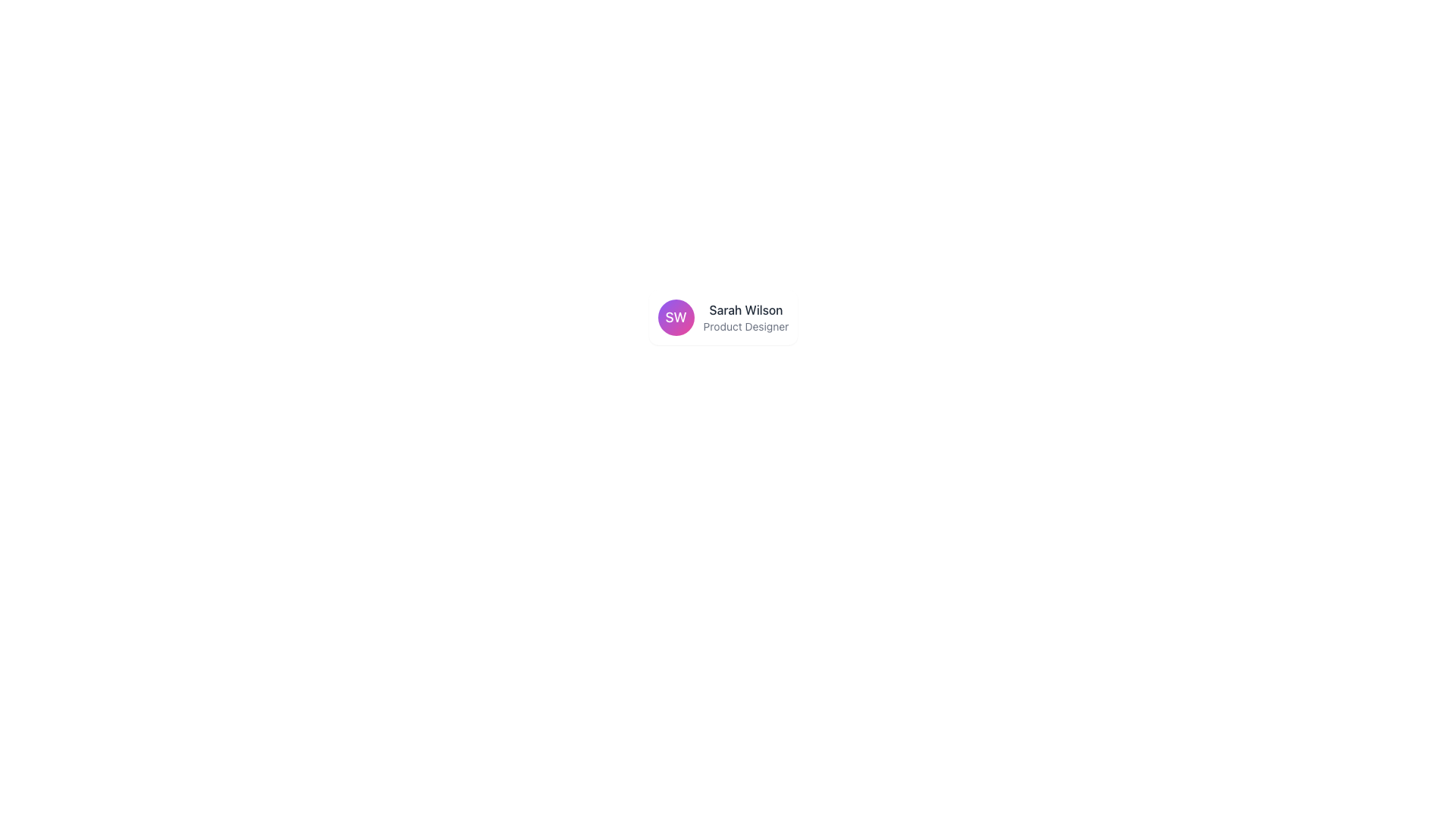  What do you see at coordinates (745, 309) in the screenshot?
I see `the static text label displaying the name 'Sarah Wilson', which is centrally positioned in the information card and is the first line of text` at bounding box center [745, 309].